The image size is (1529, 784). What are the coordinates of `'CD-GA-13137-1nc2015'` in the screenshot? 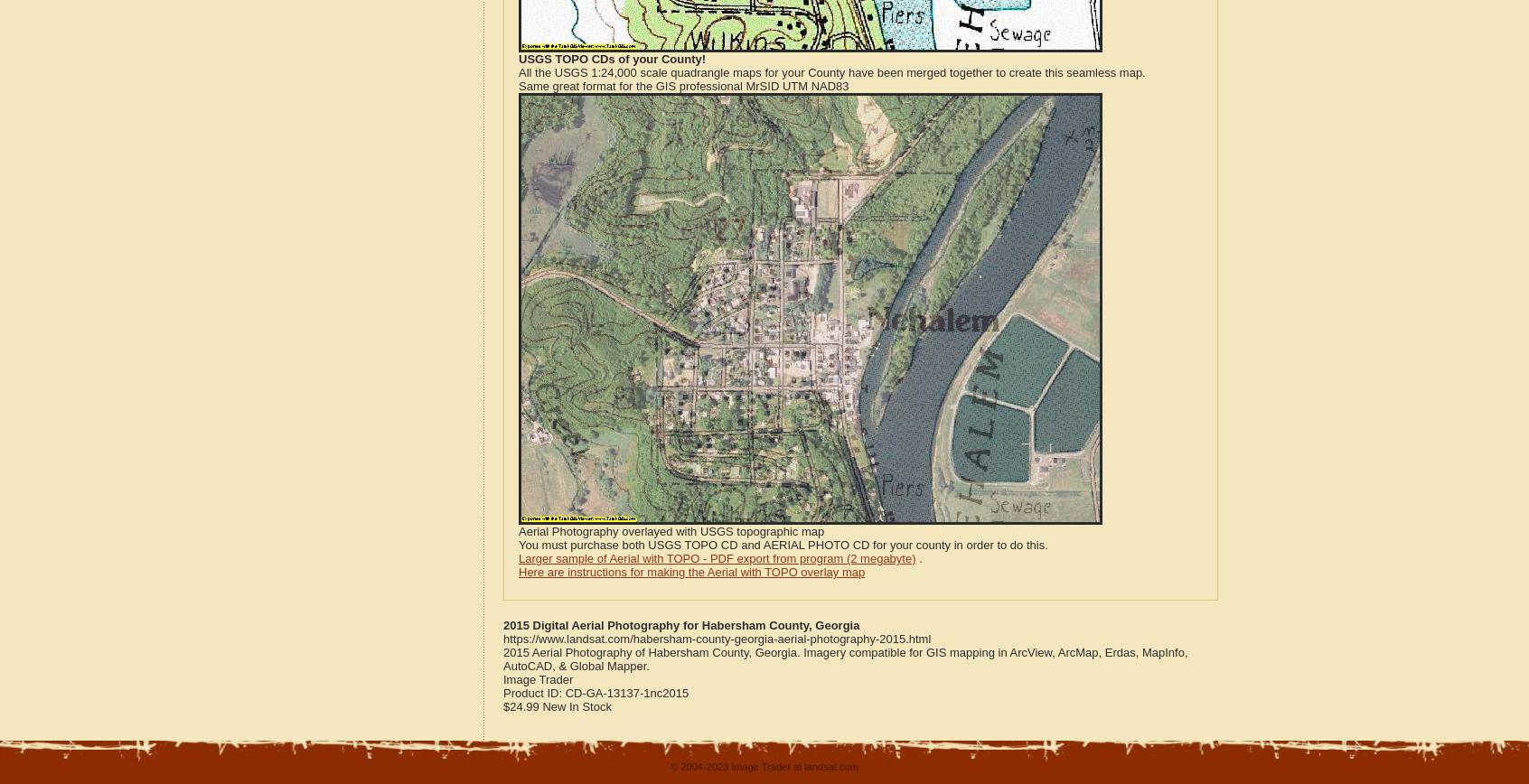 It's located at (626, 693).